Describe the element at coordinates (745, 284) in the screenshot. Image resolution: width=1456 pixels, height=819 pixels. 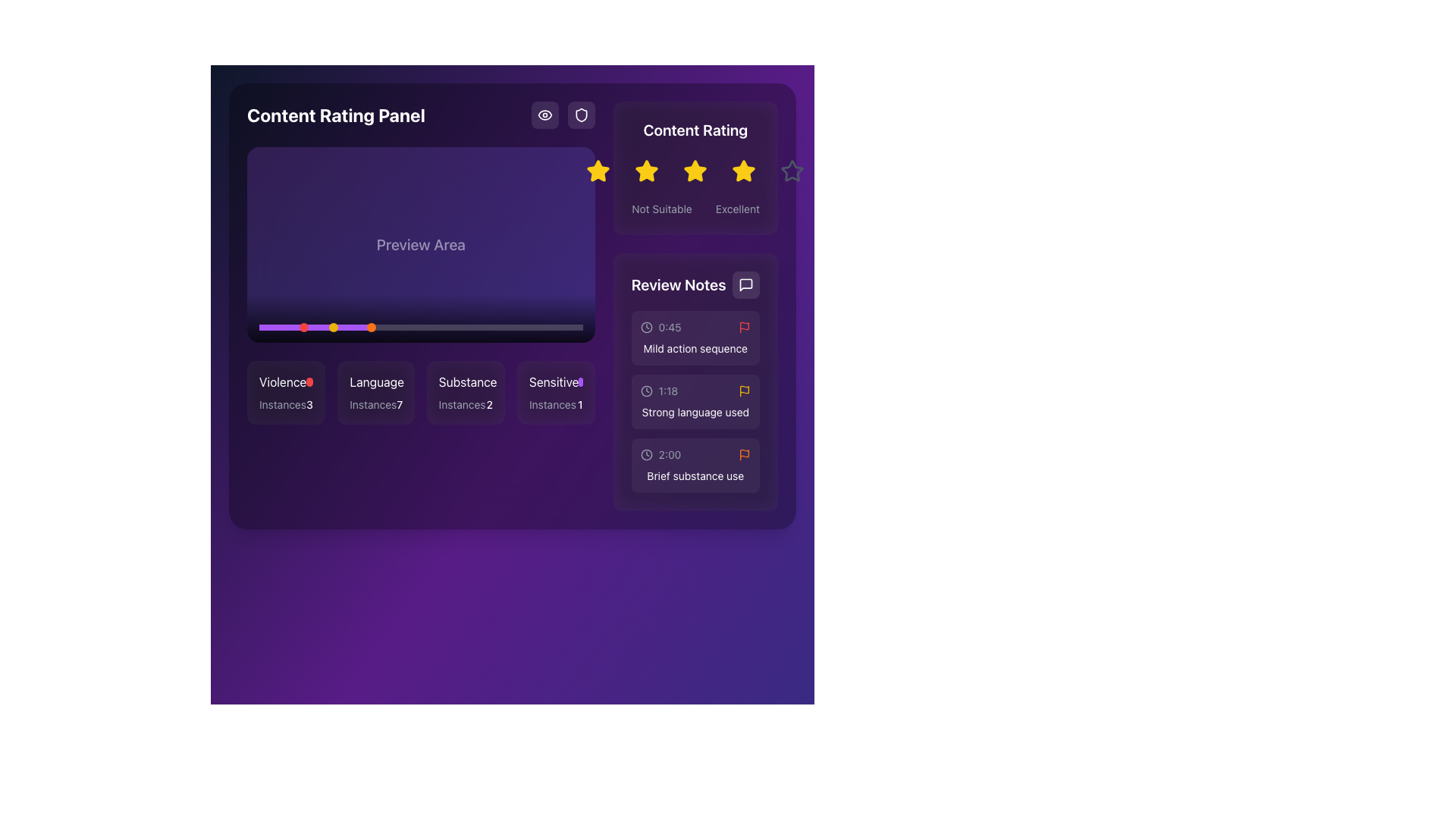
I see `the chat message bubble icon in the Review Notes section, which is styled with a purple filling and located in the top-right corner adjacent to timestamps and descriptions` at that location.